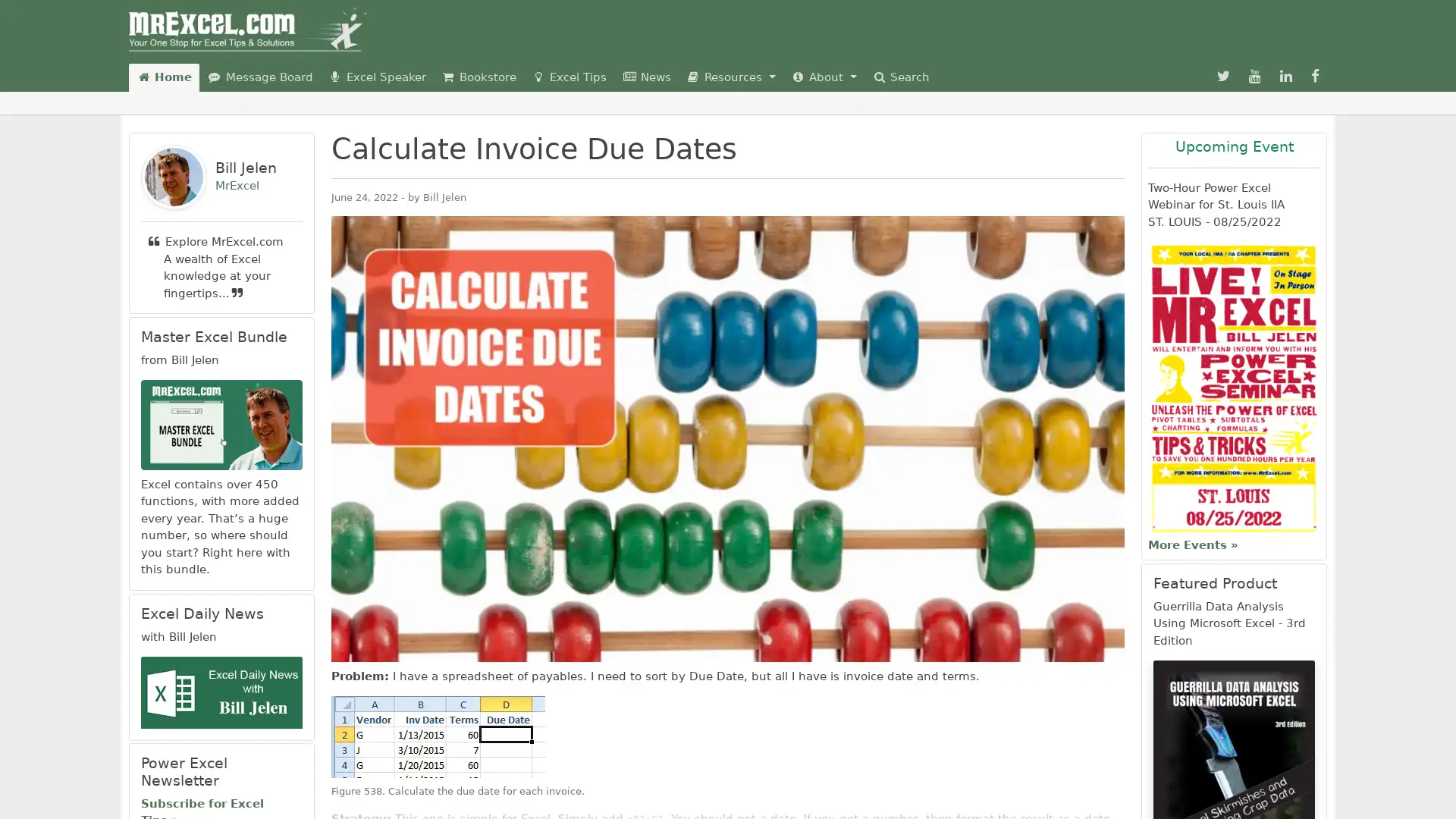 The image size is (1456, 819). What do you see at coordinates (822, 77) in the screenshot?
I see `About` at bounding box center [822, 77].